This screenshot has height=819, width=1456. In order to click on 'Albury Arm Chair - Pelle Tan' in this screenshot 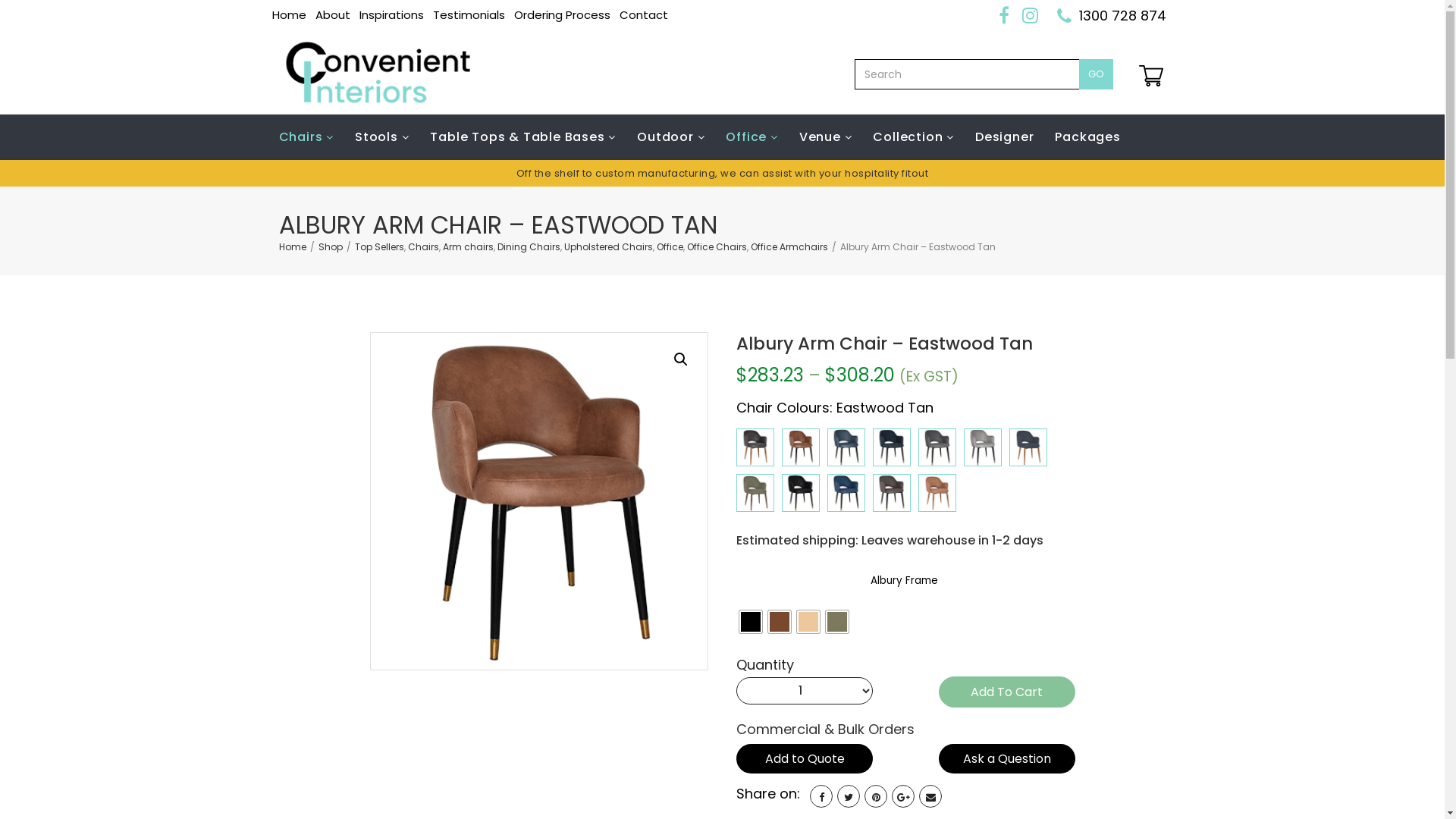, I will do `click(937, 493)`.